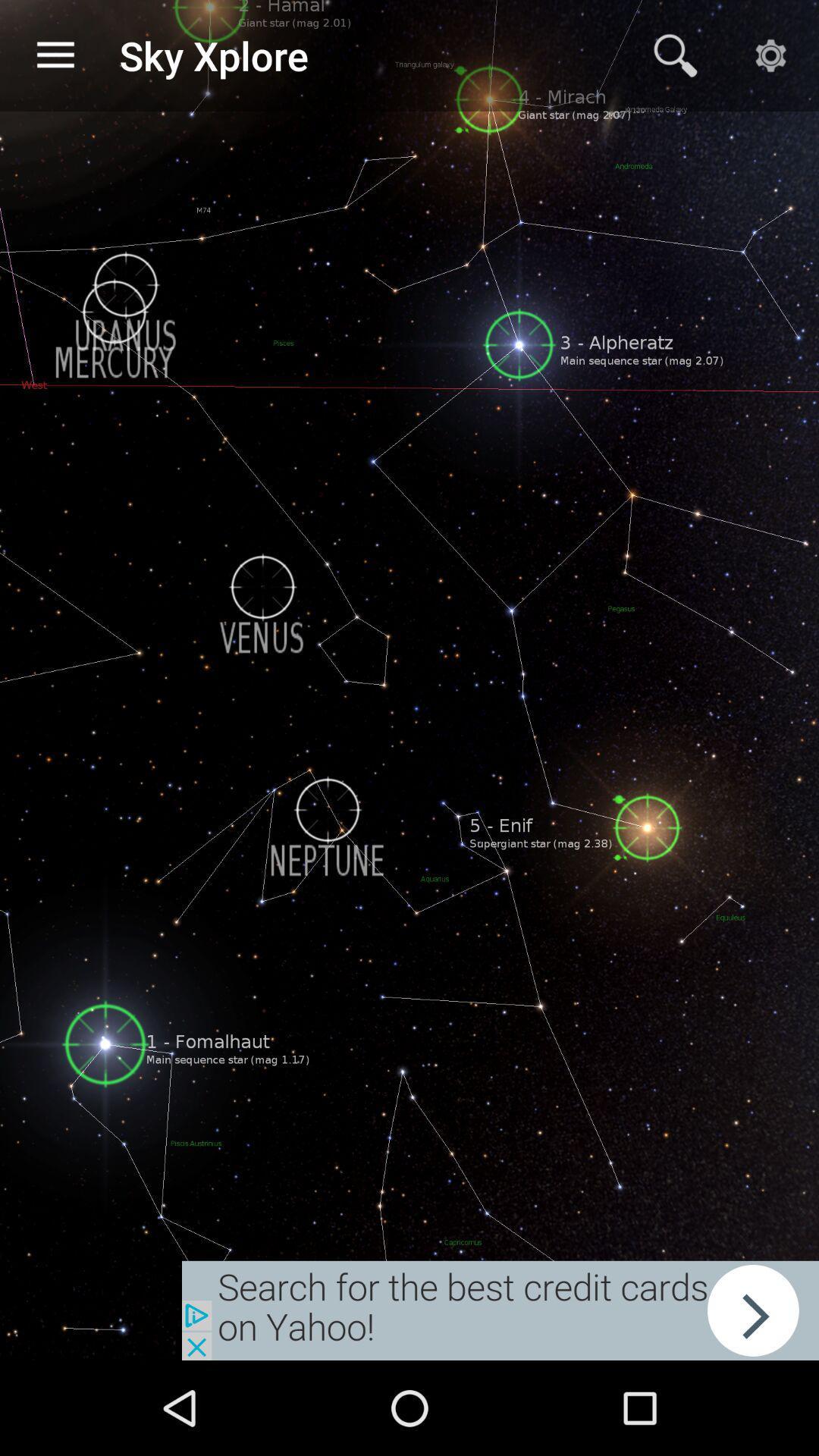  What do you see at coordinates (500, 1310) in the screenshot?
I see `advertising pop up link` at bounding box center [500, 1310].